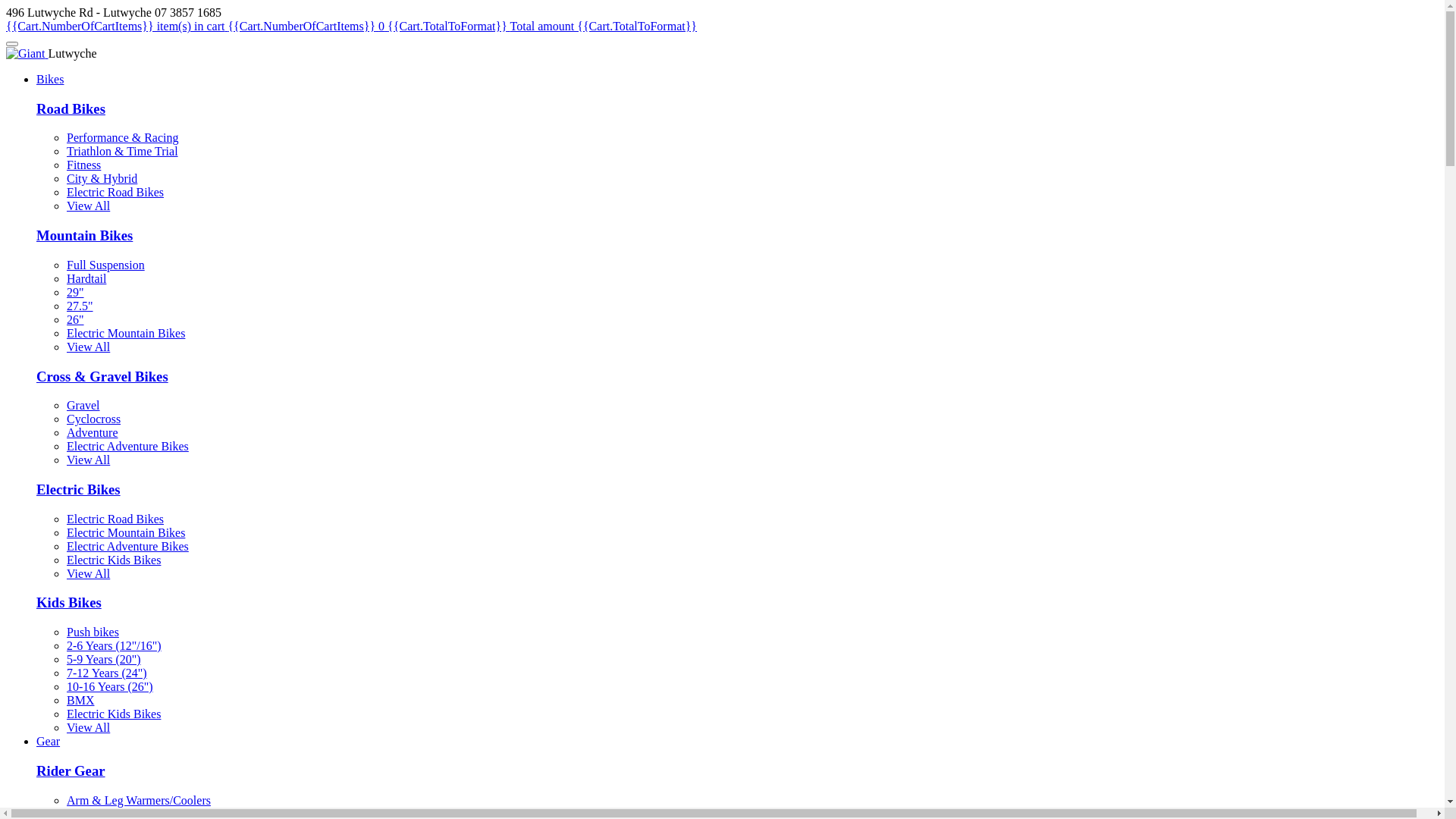  What do you see at coordinates (50, 79) in the screenshot?
I see `'Bikes'` at bounding box center [50, 79].